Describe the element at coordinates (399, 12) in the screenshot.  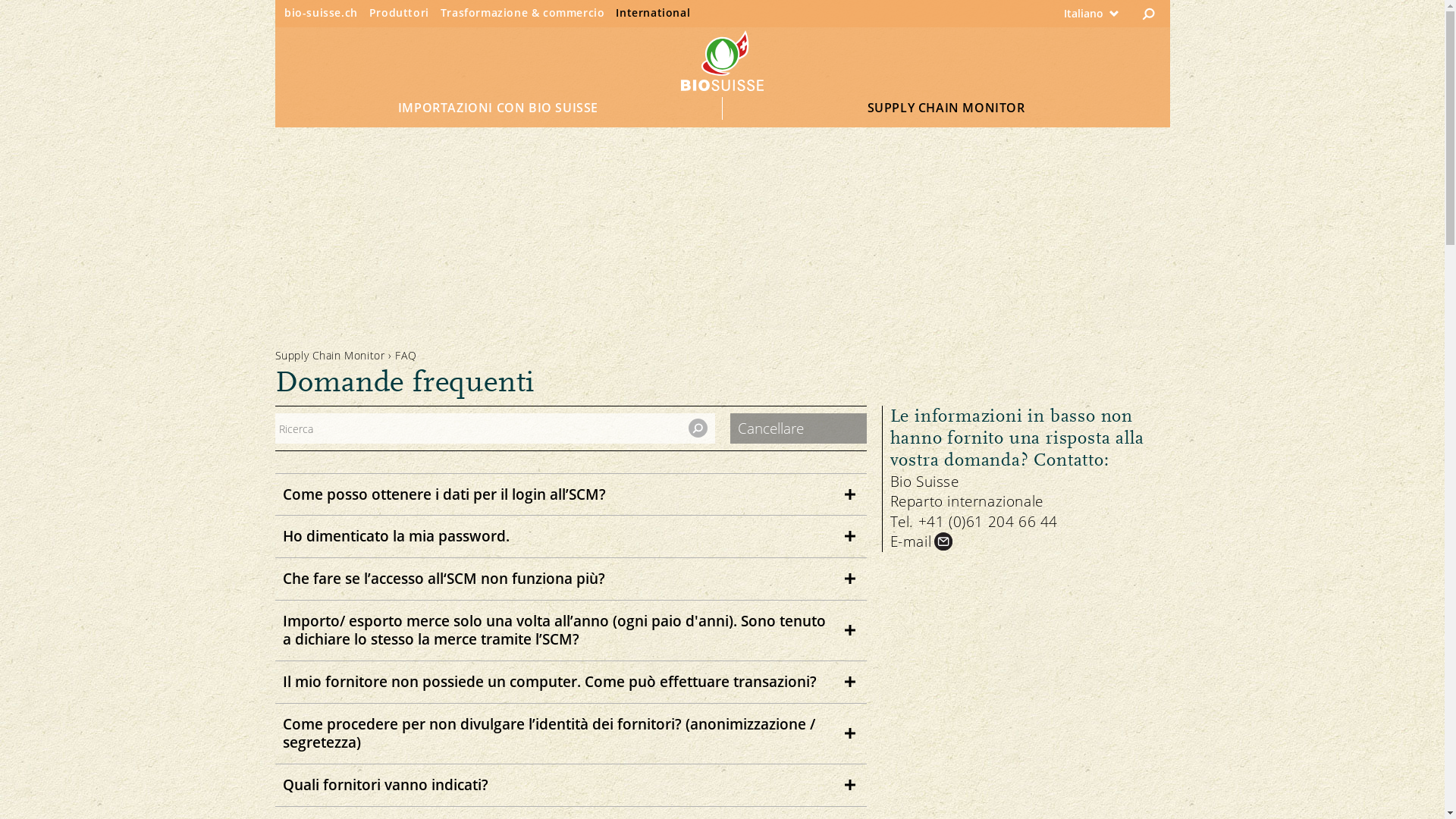
I see `'Produttori'` at that location.